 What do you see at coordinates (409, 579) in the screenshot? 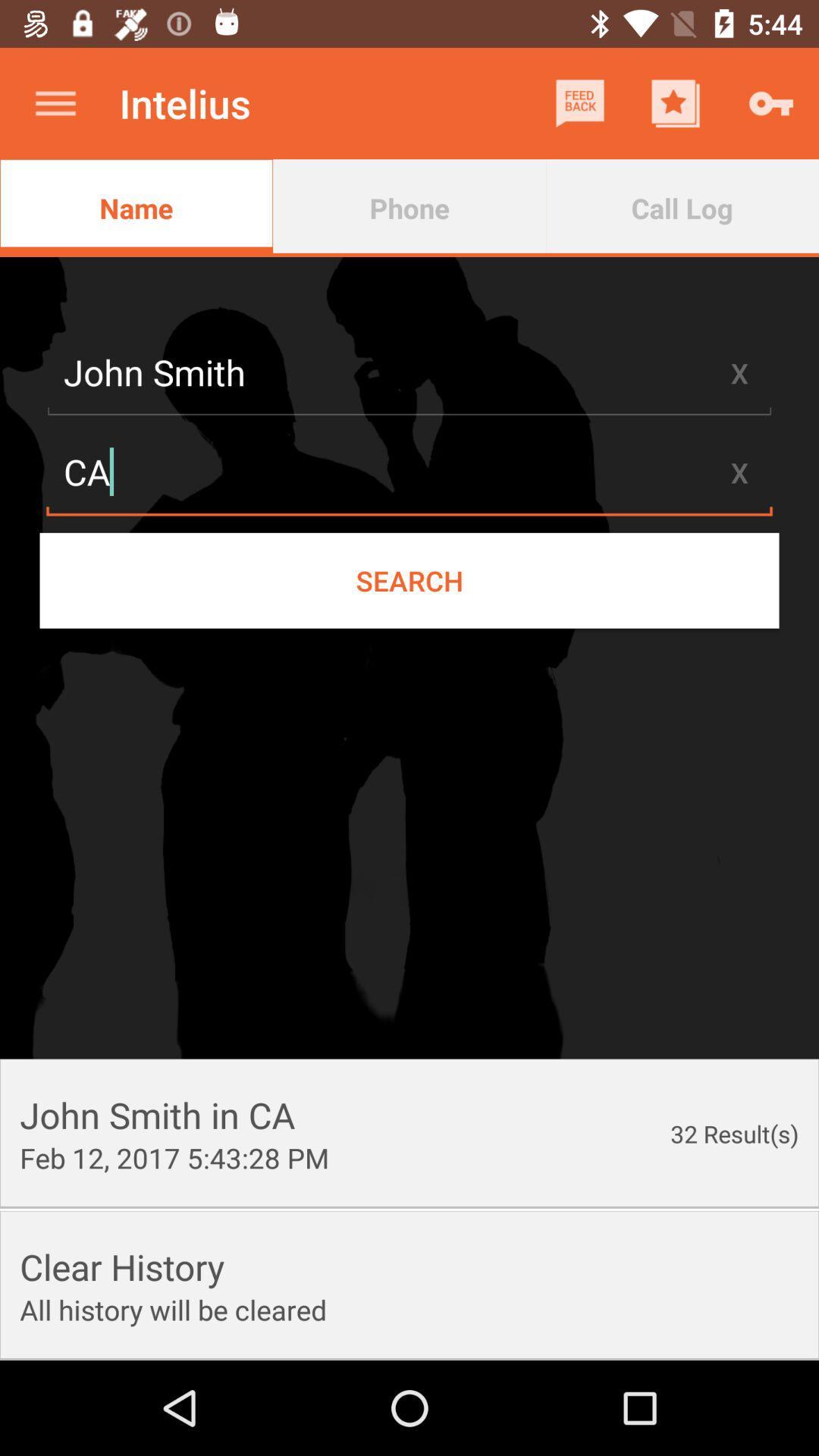
I see `the search button` at bounding box center [409, 579].